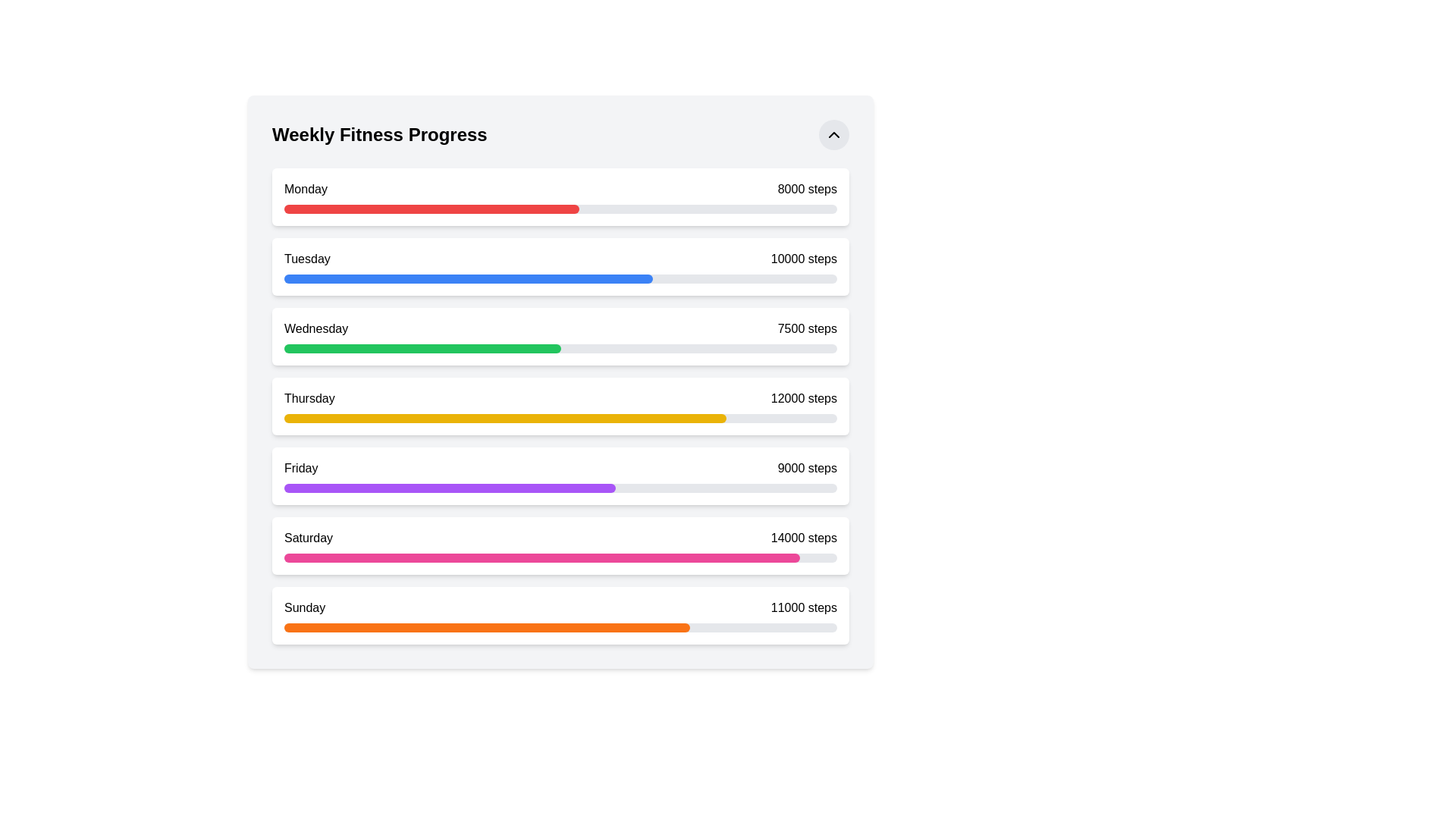  Describe the element at coordinates (487, 628) in the screenshot. I see `the vibrant orange progress indicator within the 'Weekly Fitness Progress' section corresponding to 'Sunday'` at that location.